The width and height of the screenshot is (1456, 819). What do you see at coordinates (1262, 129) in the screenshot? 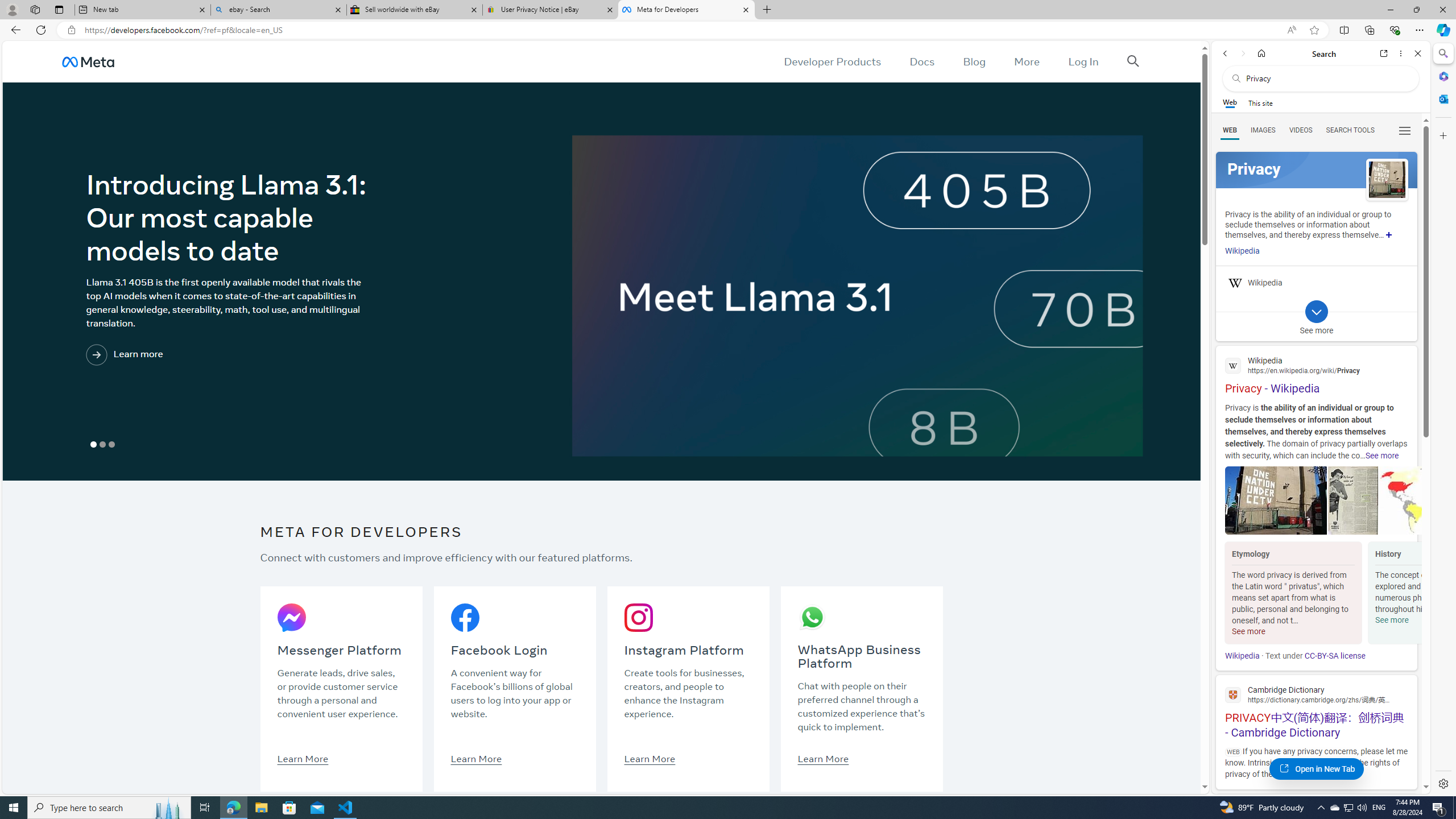
I see `'Search Filter, IMAGES'` at bounding box center [1262, 129].